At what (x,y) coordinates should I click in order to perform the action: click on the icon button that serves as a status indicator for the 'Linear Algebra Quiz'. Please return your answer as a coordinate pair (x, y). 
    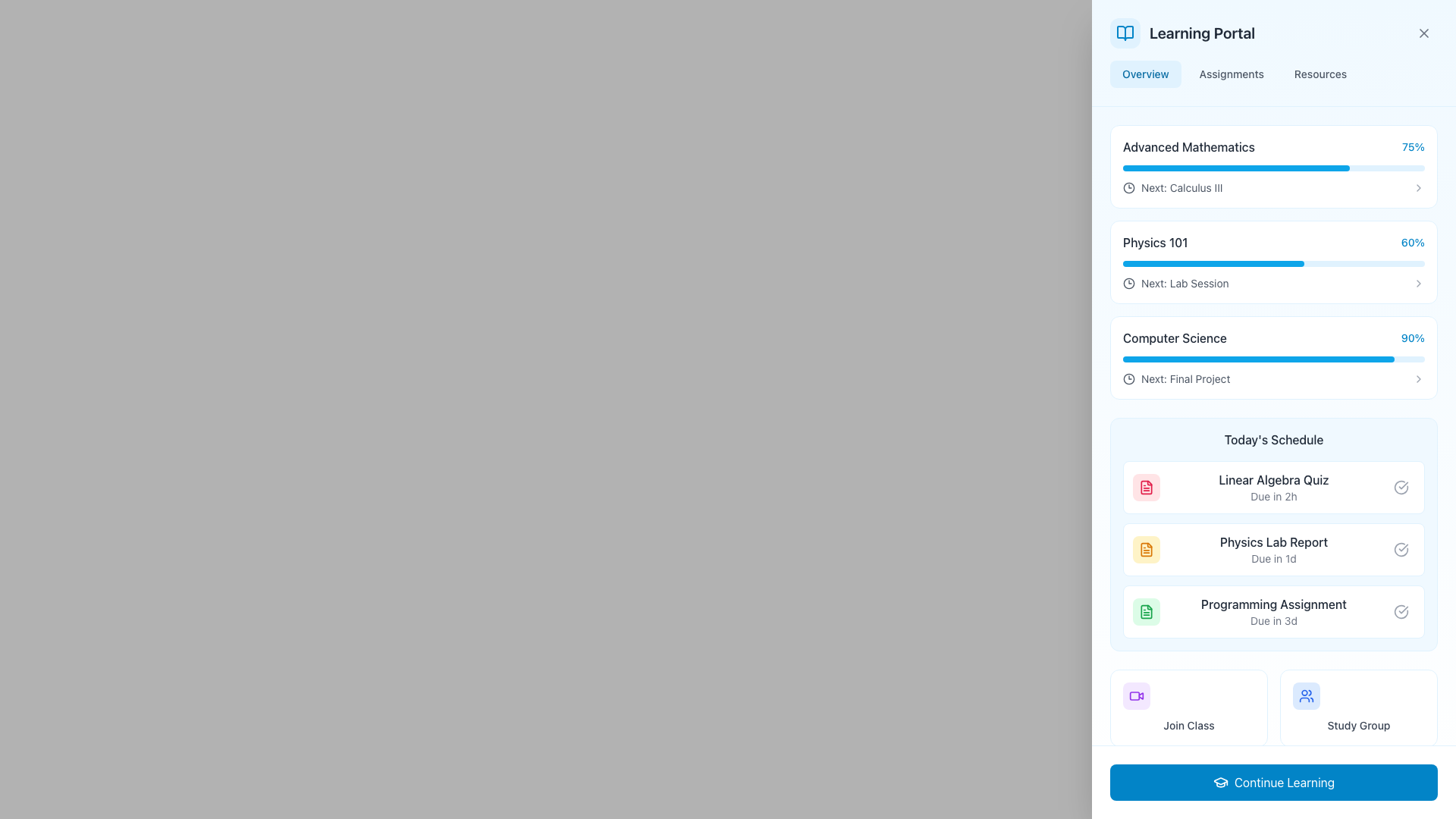
    Looking at the image, I should click on (1401, 488).